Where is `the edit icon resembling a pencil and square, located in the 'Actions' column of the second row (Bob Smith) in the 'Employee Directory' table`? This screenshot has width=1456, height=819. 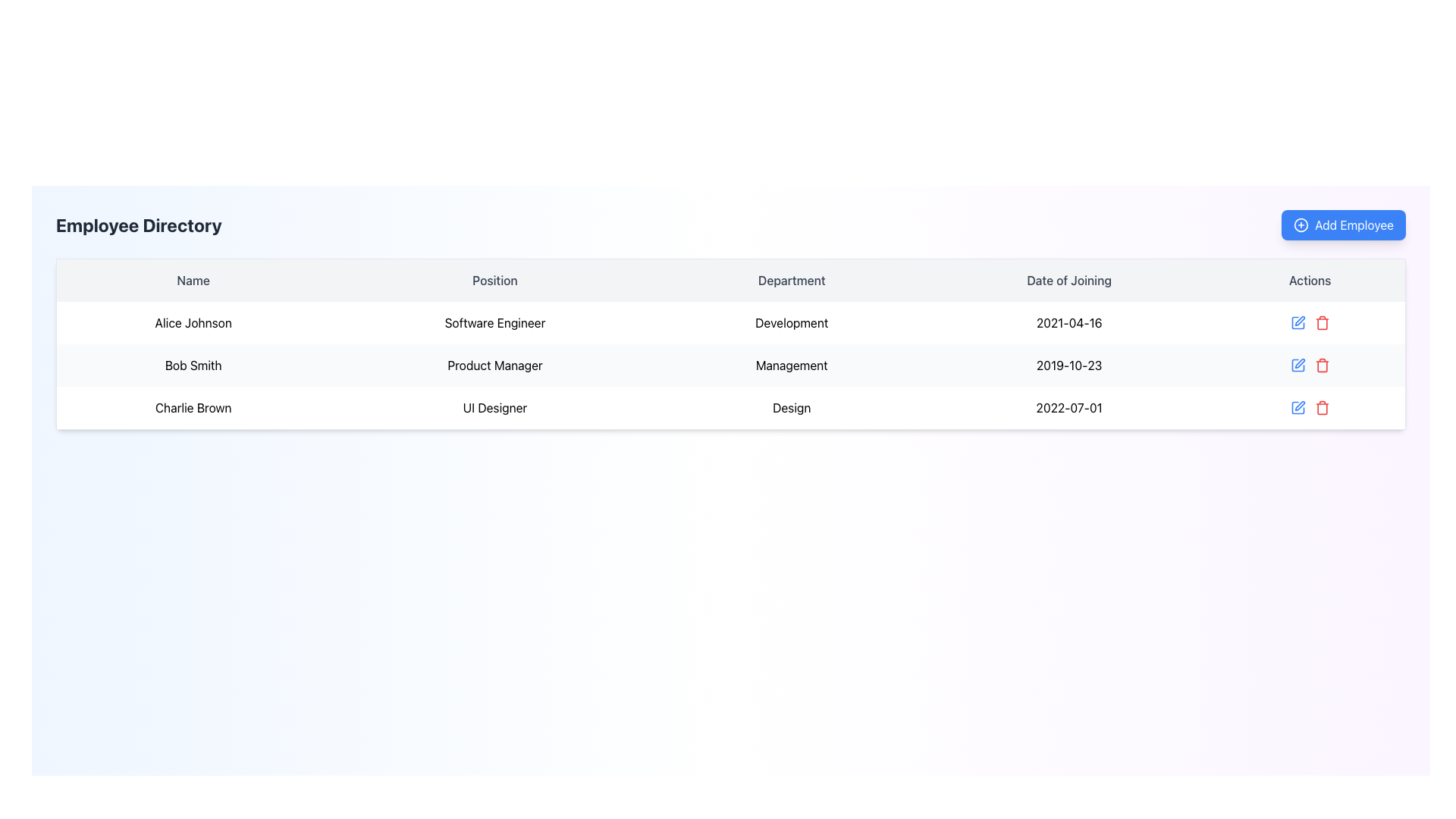 the edit icon resembling a pencil and square, located in the 'Actions' column of the second row (Bob Smith) in the 'Employee Directory' table is located at coordinates (1297, 366).